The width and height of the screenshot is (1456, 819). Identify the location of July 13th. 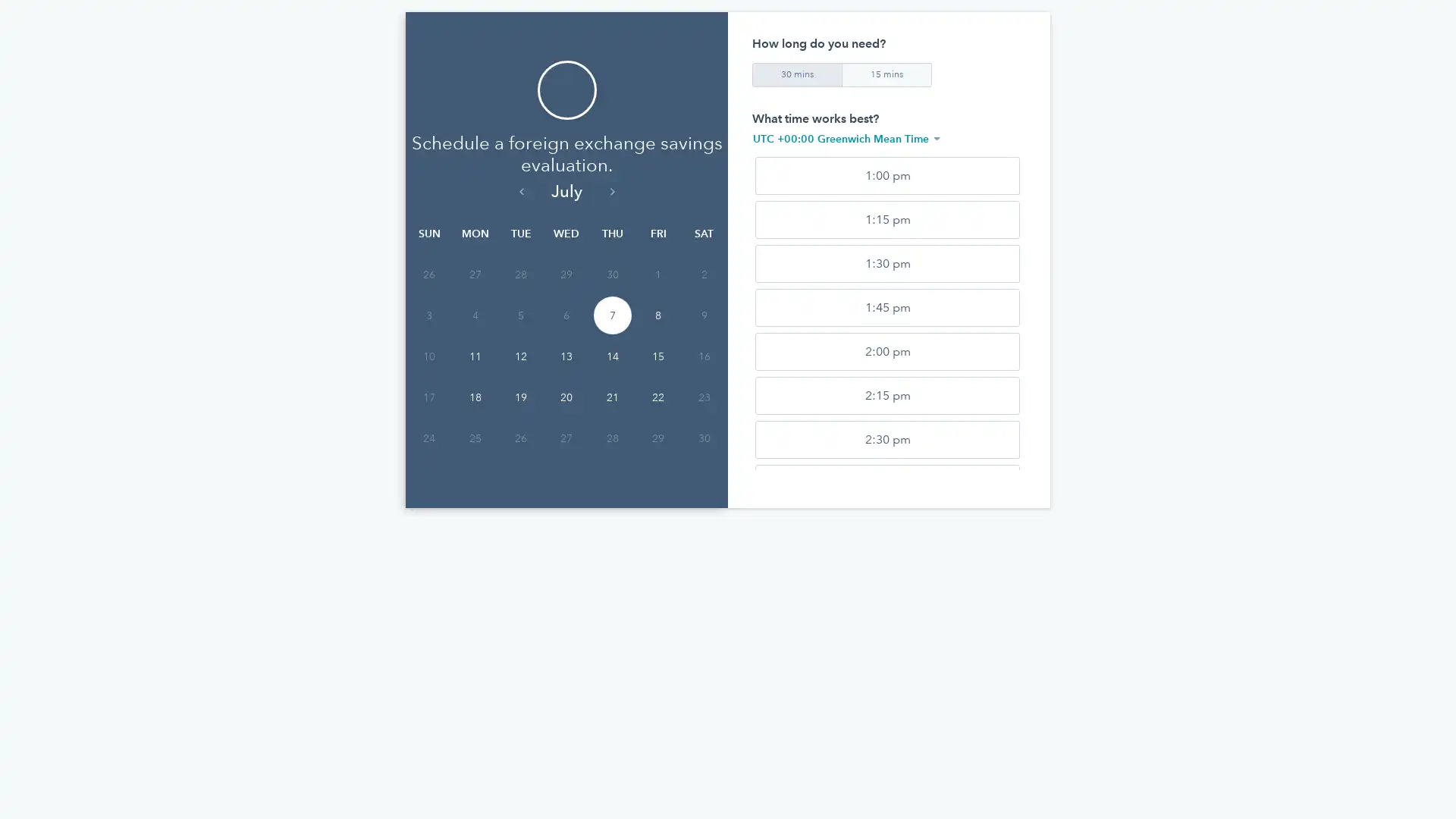
(566, 356).